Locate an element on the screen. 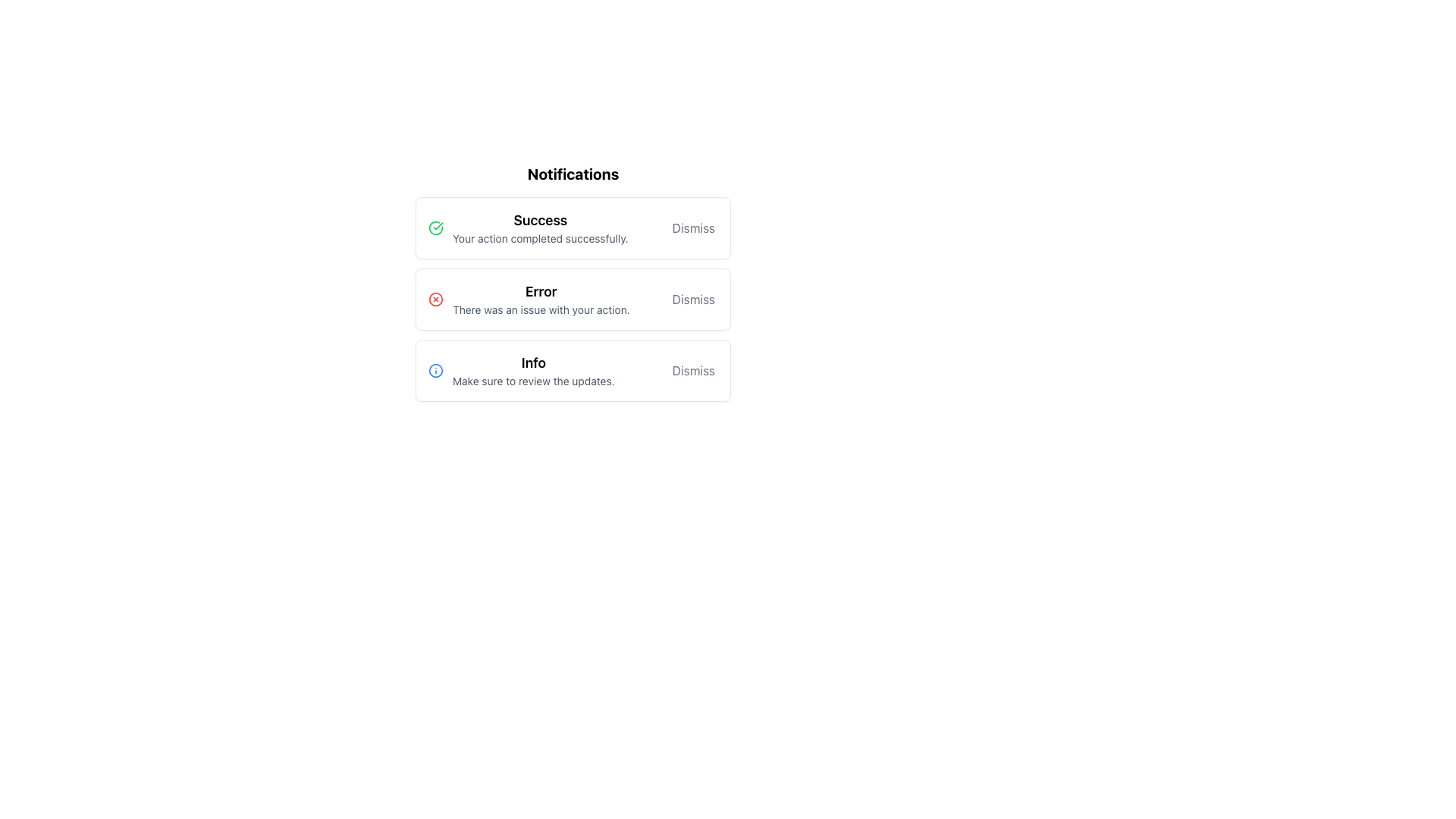 This screenshot has height=819, width=1456. the icon representing information or guidance located at the leftmost side of the bottommost message block titled 'Info' in the notifications section, adjacent to the text 'InfoMake sure to review the updates.' is located at coordinates (435, 371).